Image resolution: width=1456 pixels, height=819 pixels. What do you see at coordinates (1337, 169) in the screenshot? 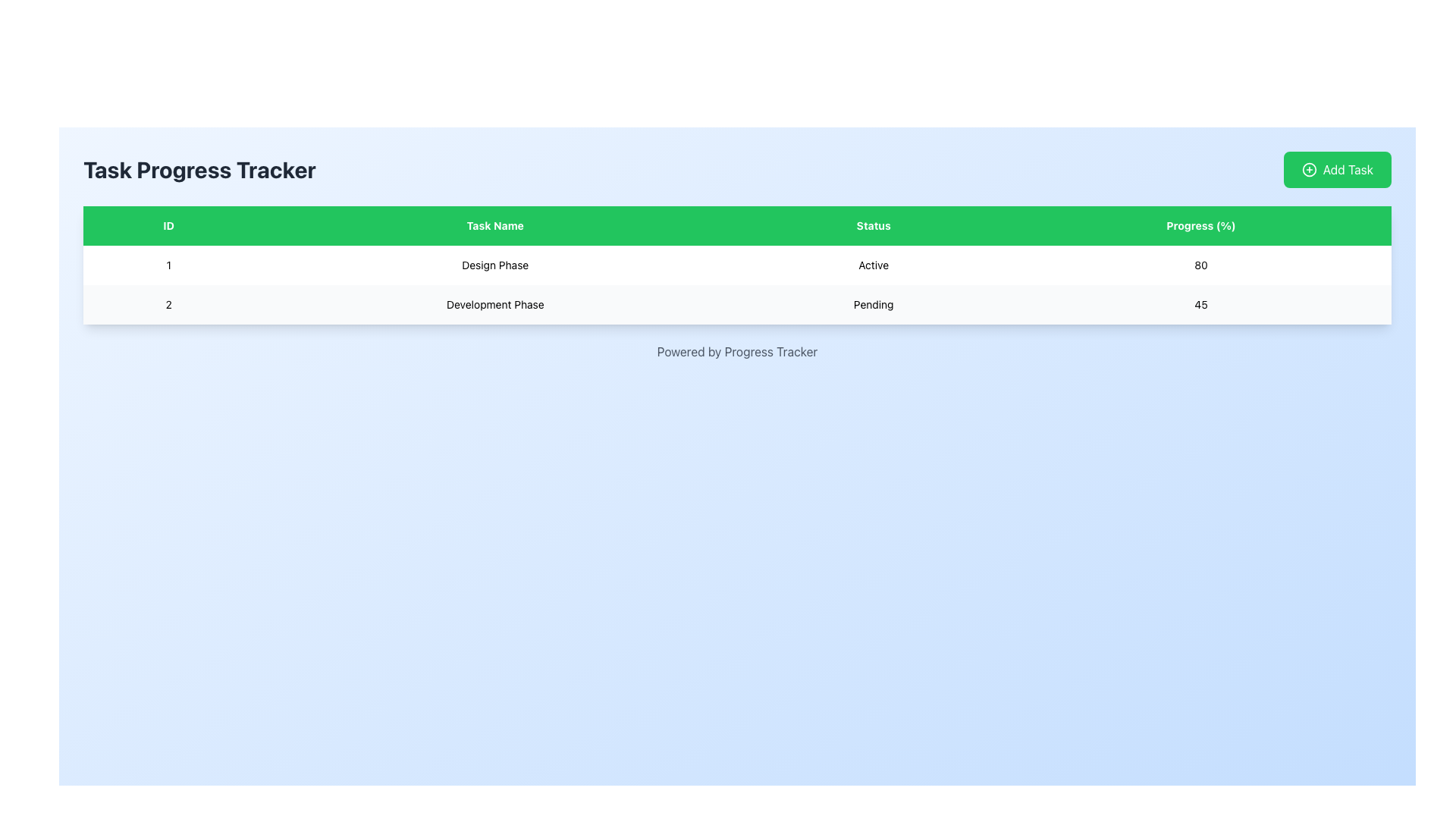
I see `the green 'Add Task' button with rounded corners and white text` at bounding box center [1337, 169].